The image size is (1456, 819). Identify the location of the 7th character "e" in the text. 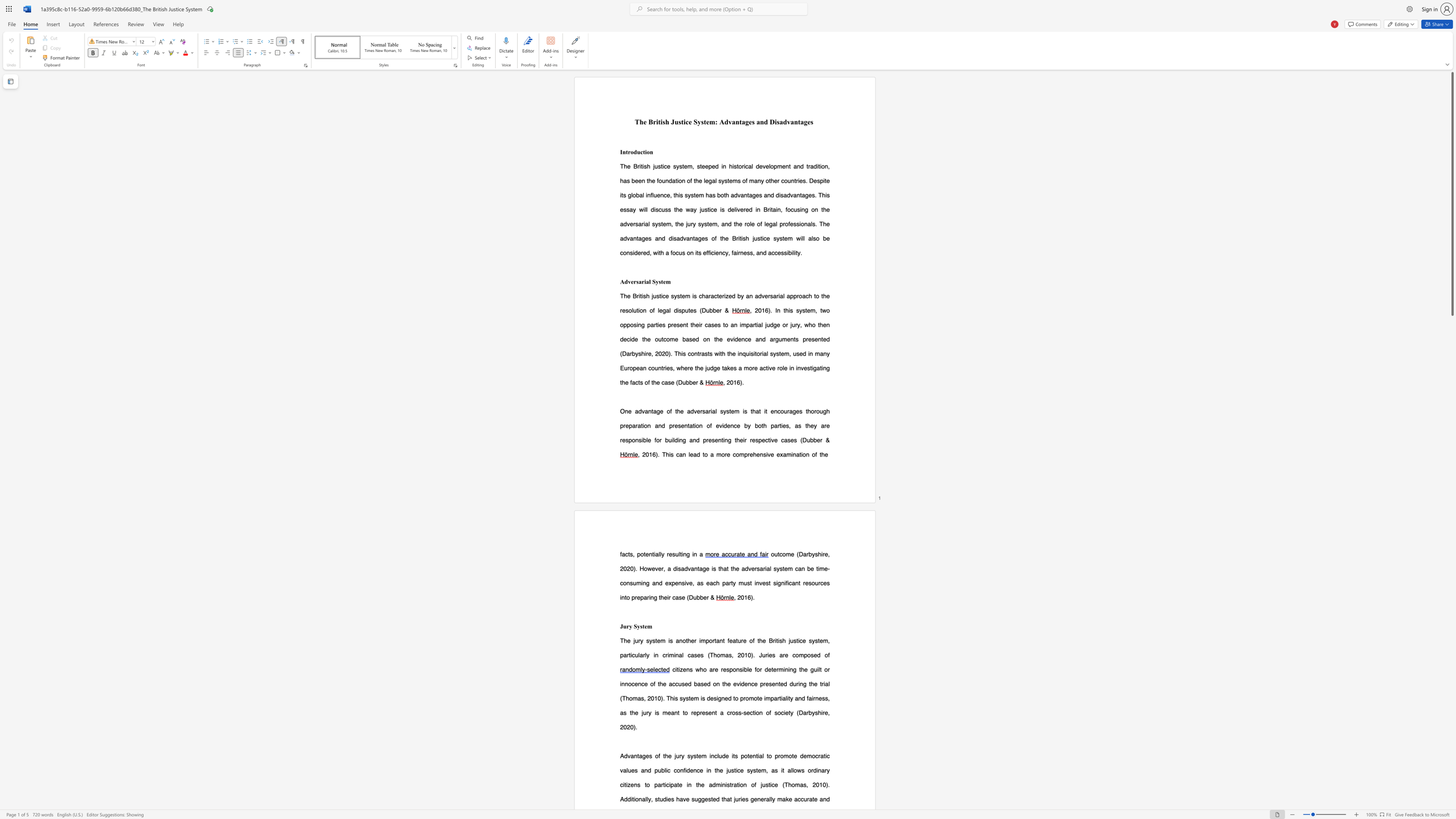
(743, 798).